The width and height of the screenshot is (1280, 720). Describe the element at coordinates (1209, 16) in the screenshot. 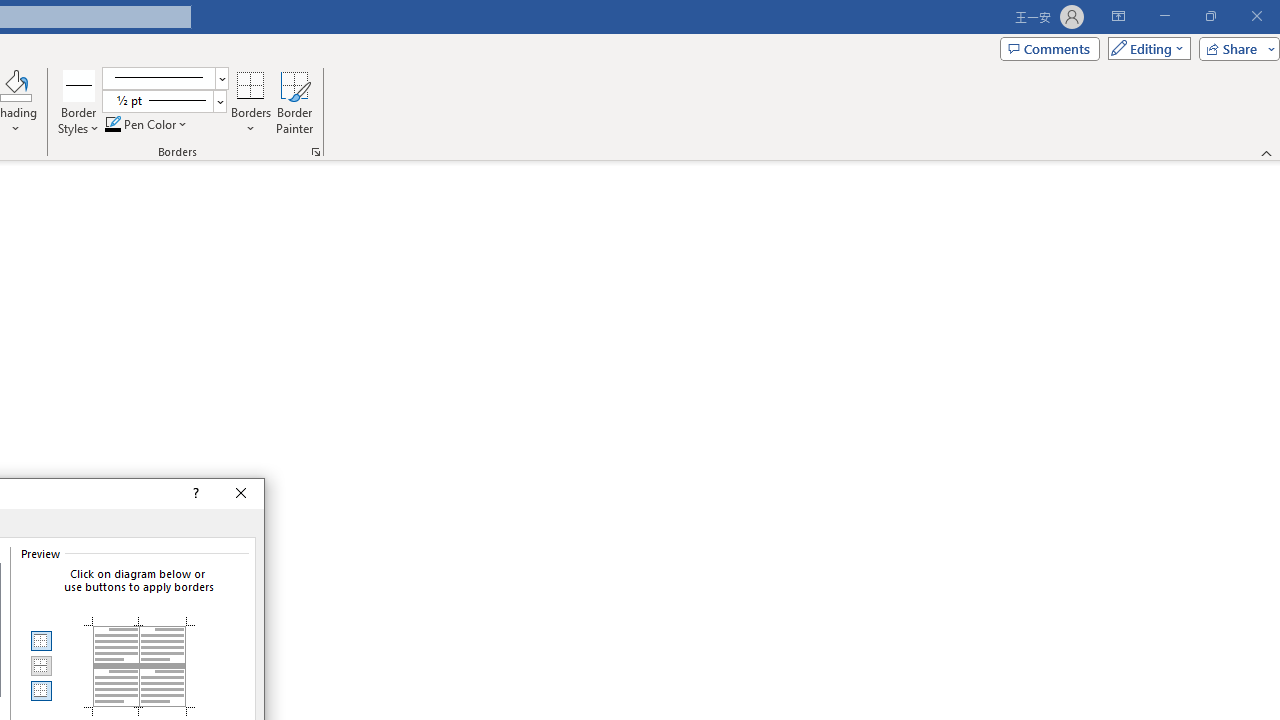

I see `'Restore Down'` at that location.